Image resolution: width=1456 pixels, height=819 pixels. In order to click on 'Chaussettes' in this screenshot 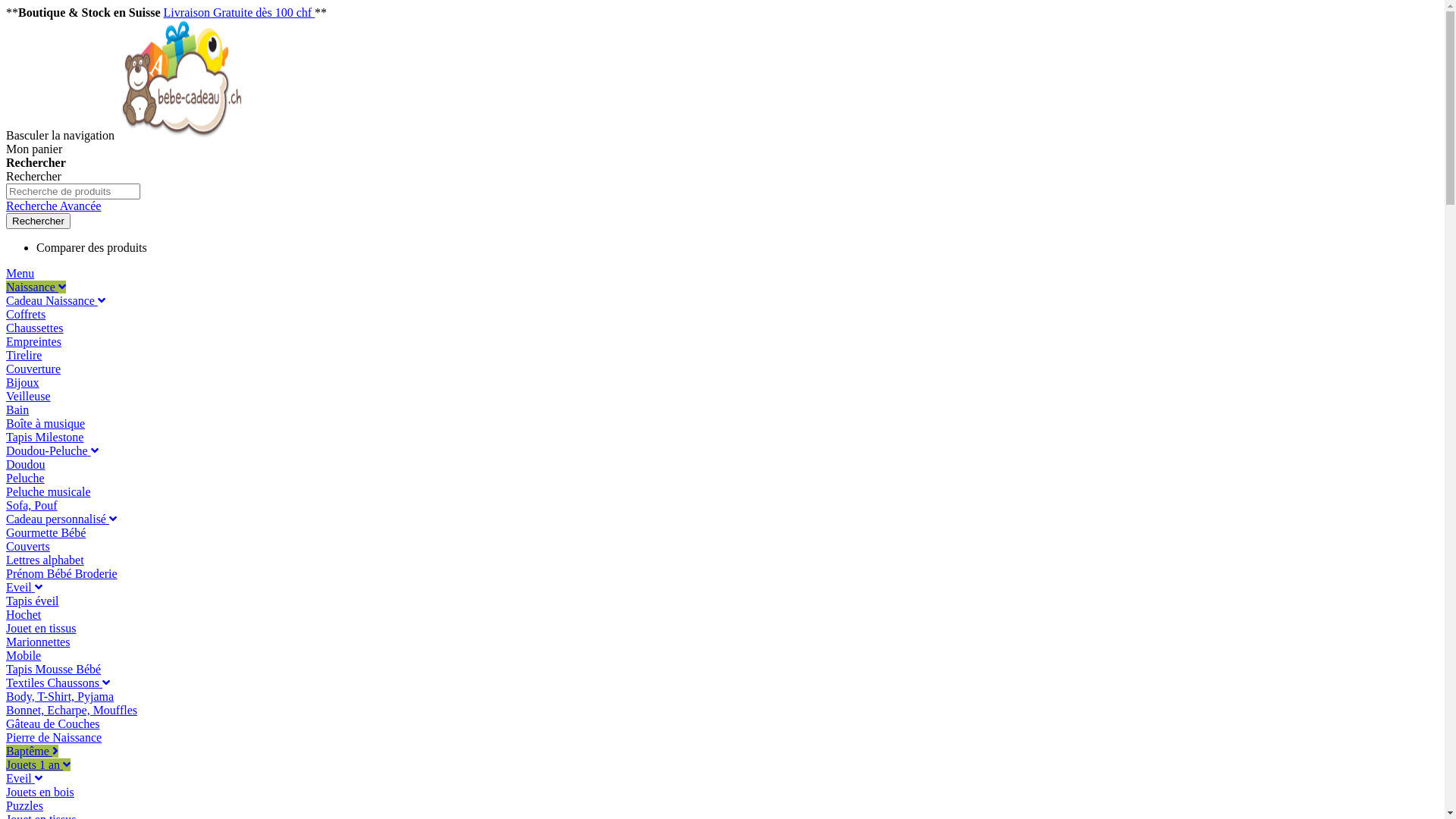, I will do `click(35, 327)`.